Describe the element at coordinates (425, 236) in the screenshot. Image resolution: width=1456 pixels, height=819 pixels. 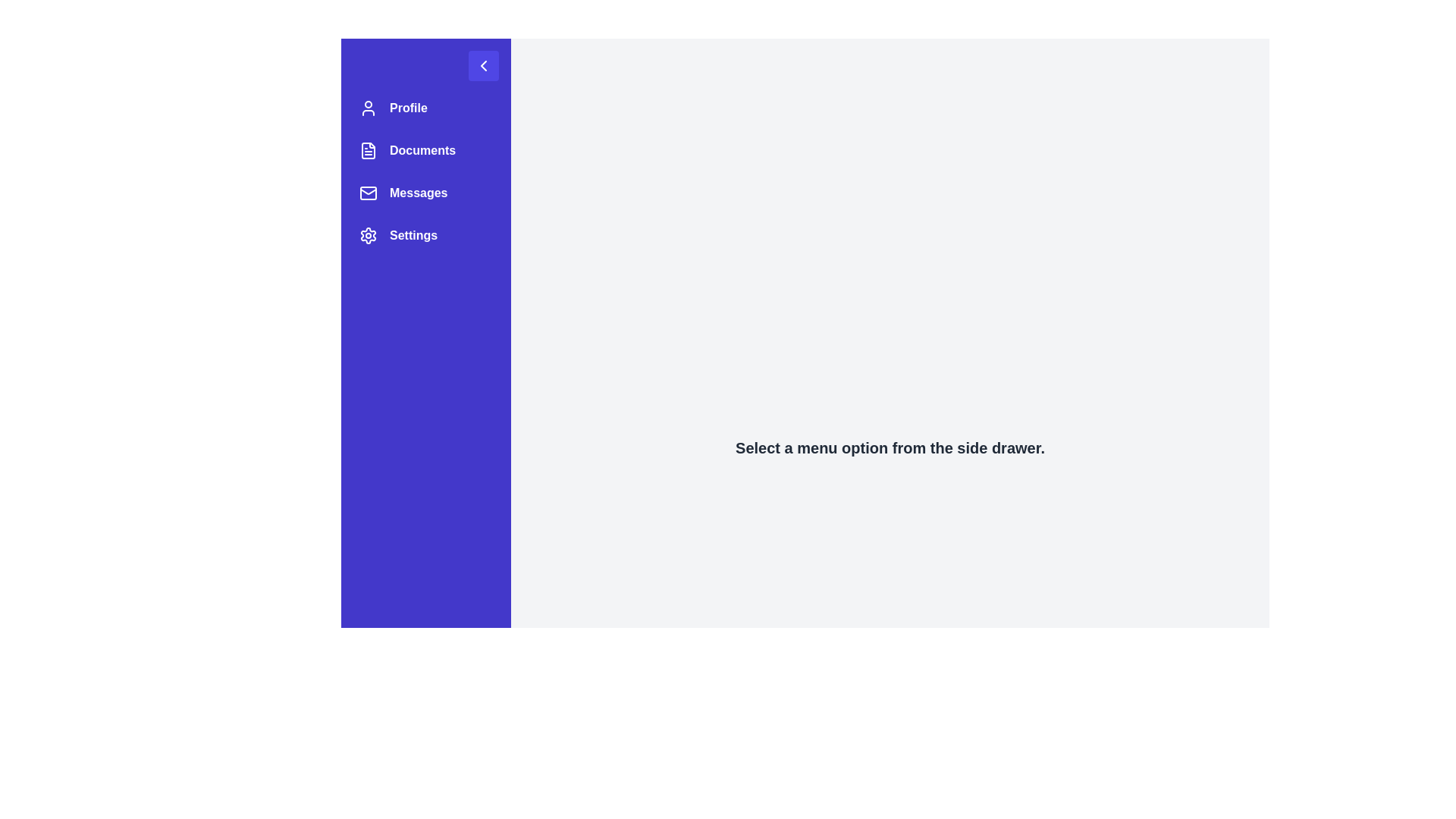
I see `the Navigation Button, which is the fourth entry in the vertical menu on the left side, displaying a gear icon and the text 'Settings' with a purple background` at that location.